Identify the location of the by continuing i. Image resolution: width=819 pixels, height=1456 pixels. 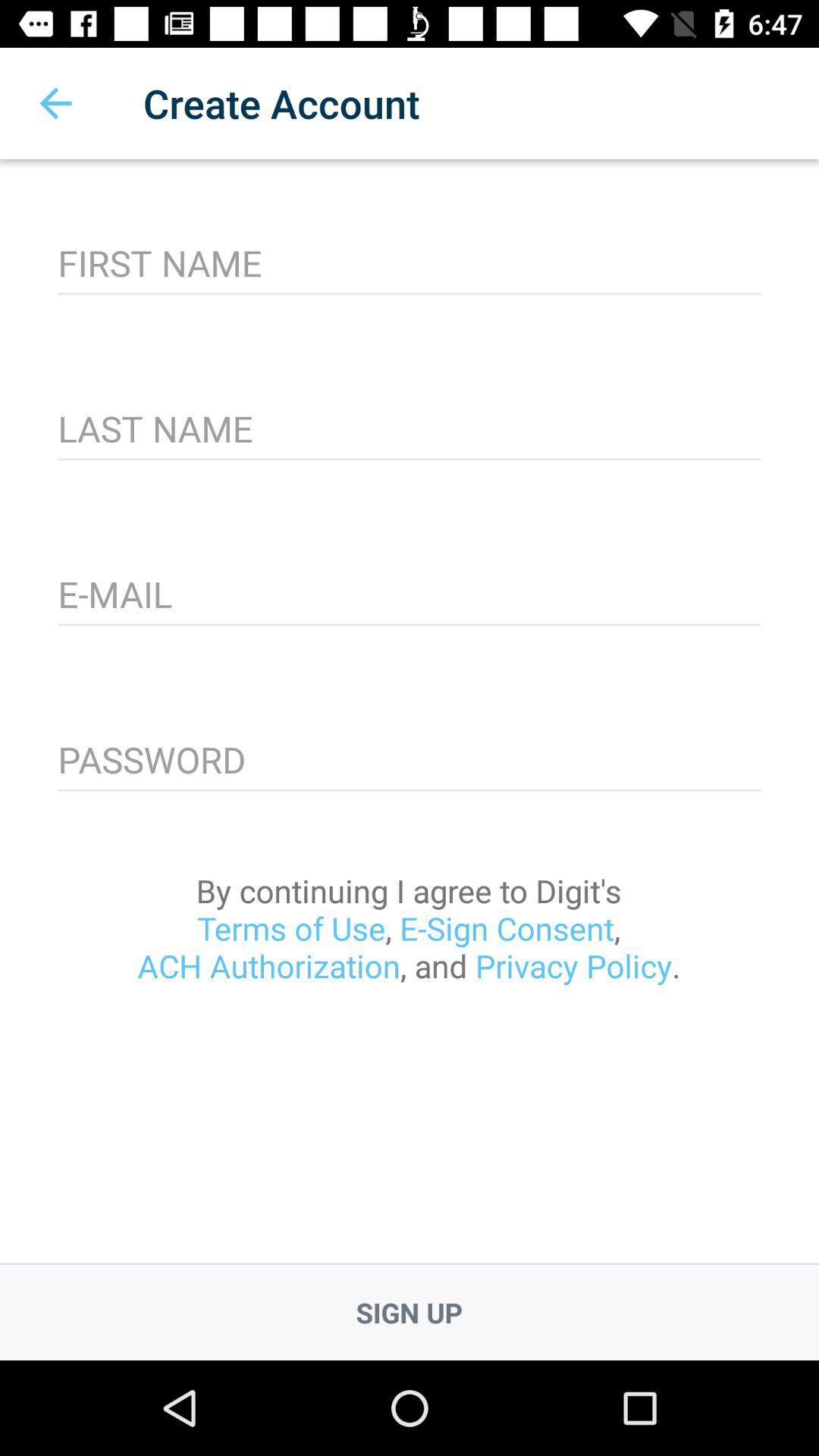
(408, 927).